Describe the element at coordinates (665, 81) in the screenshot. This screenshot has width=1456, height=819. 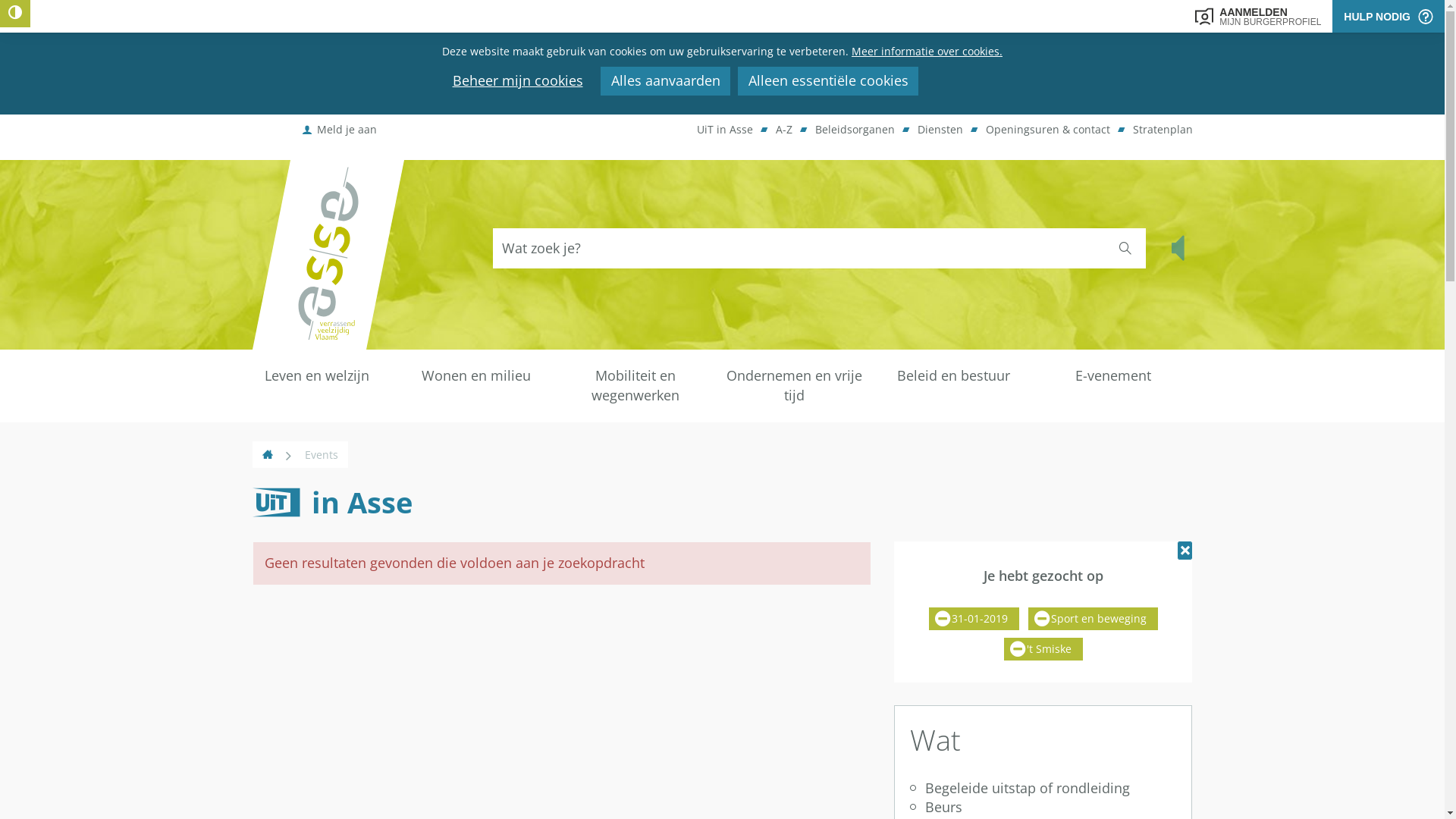
I see `'Alles aanvaarden'` at that location.